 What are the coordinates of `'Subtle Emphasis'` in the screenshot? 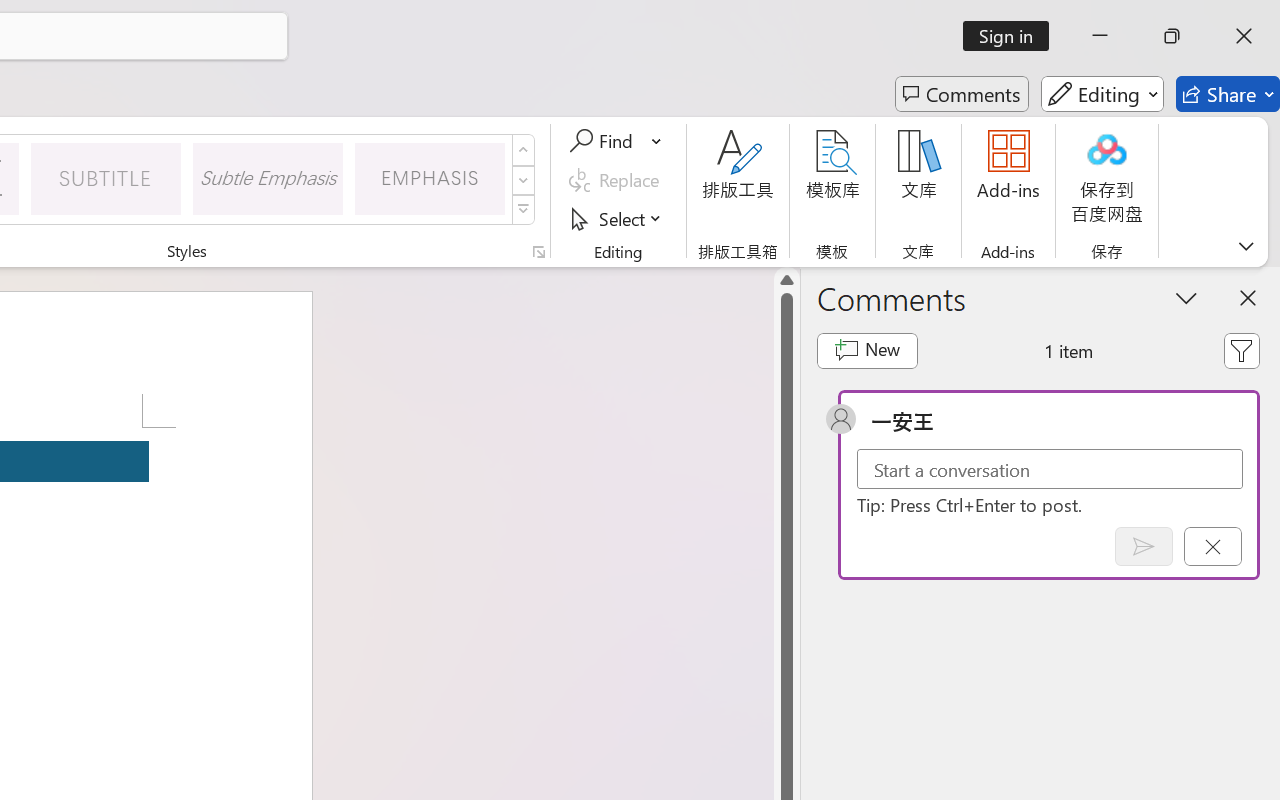 It's located at (267, 177).